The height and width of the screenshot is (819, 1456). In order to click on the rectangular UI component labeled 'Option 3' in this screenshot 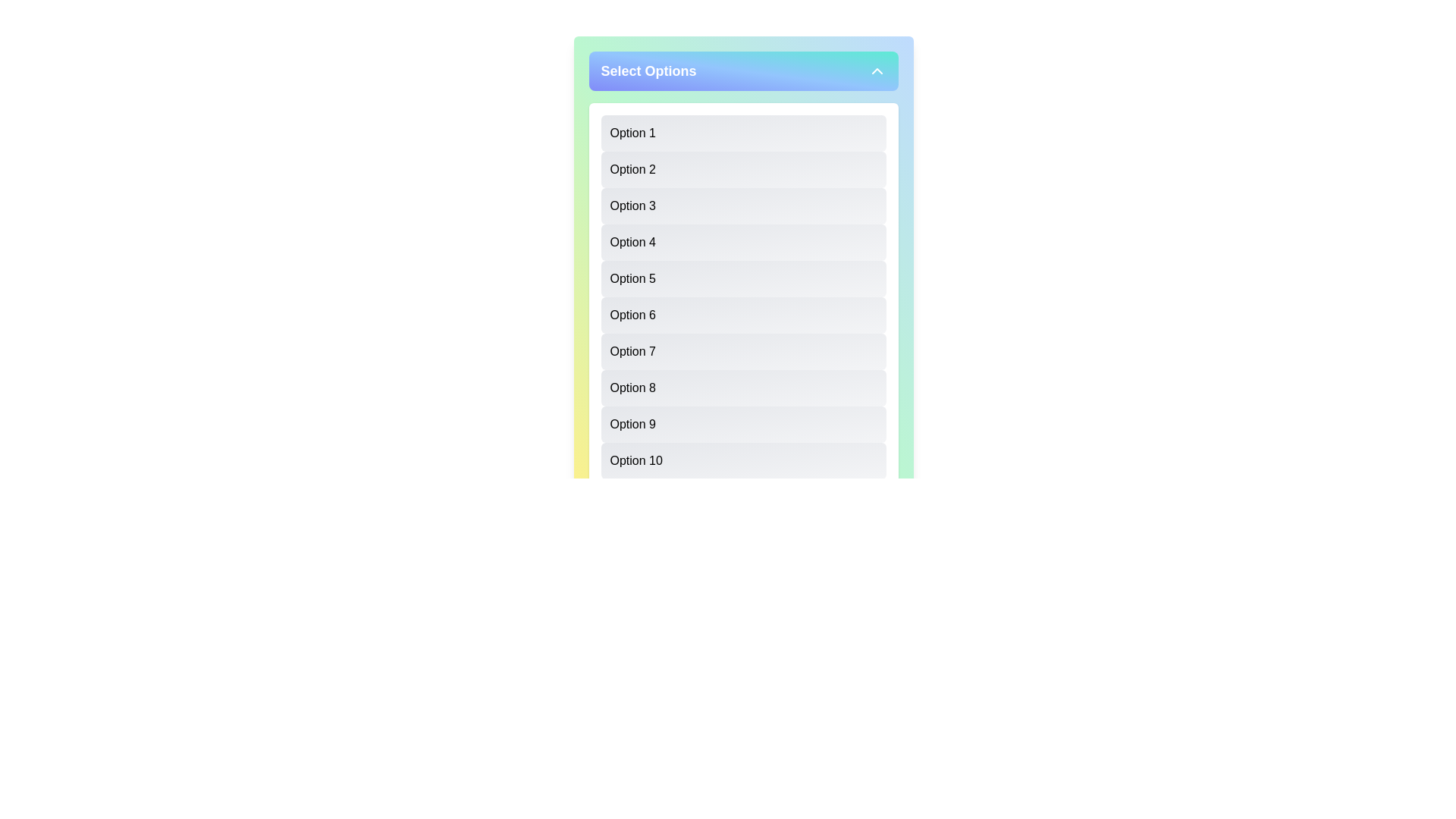, I will do `click(743, 206)`.